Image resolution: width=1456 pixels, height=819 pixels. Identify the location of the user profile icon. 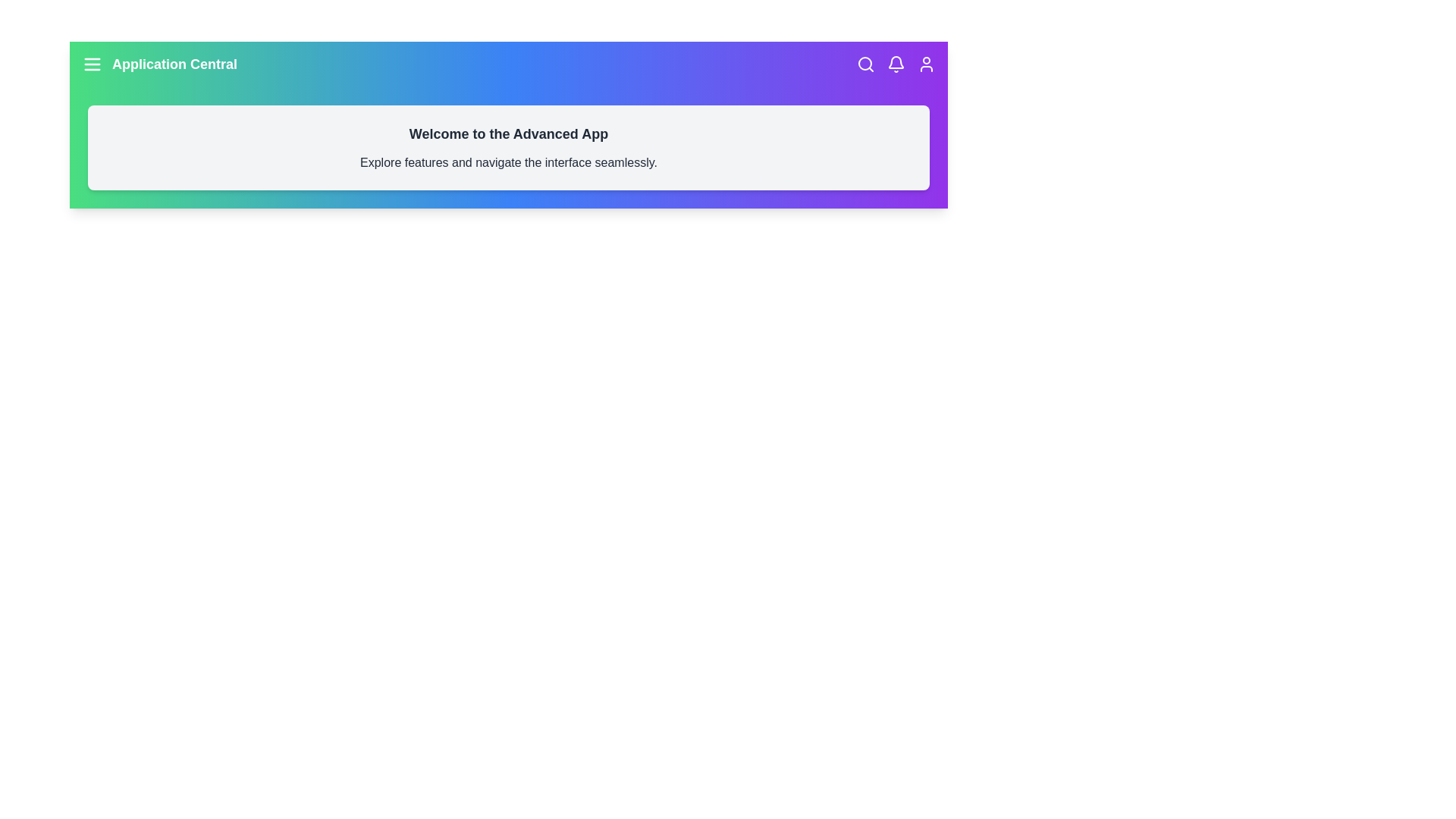
(926, 63).